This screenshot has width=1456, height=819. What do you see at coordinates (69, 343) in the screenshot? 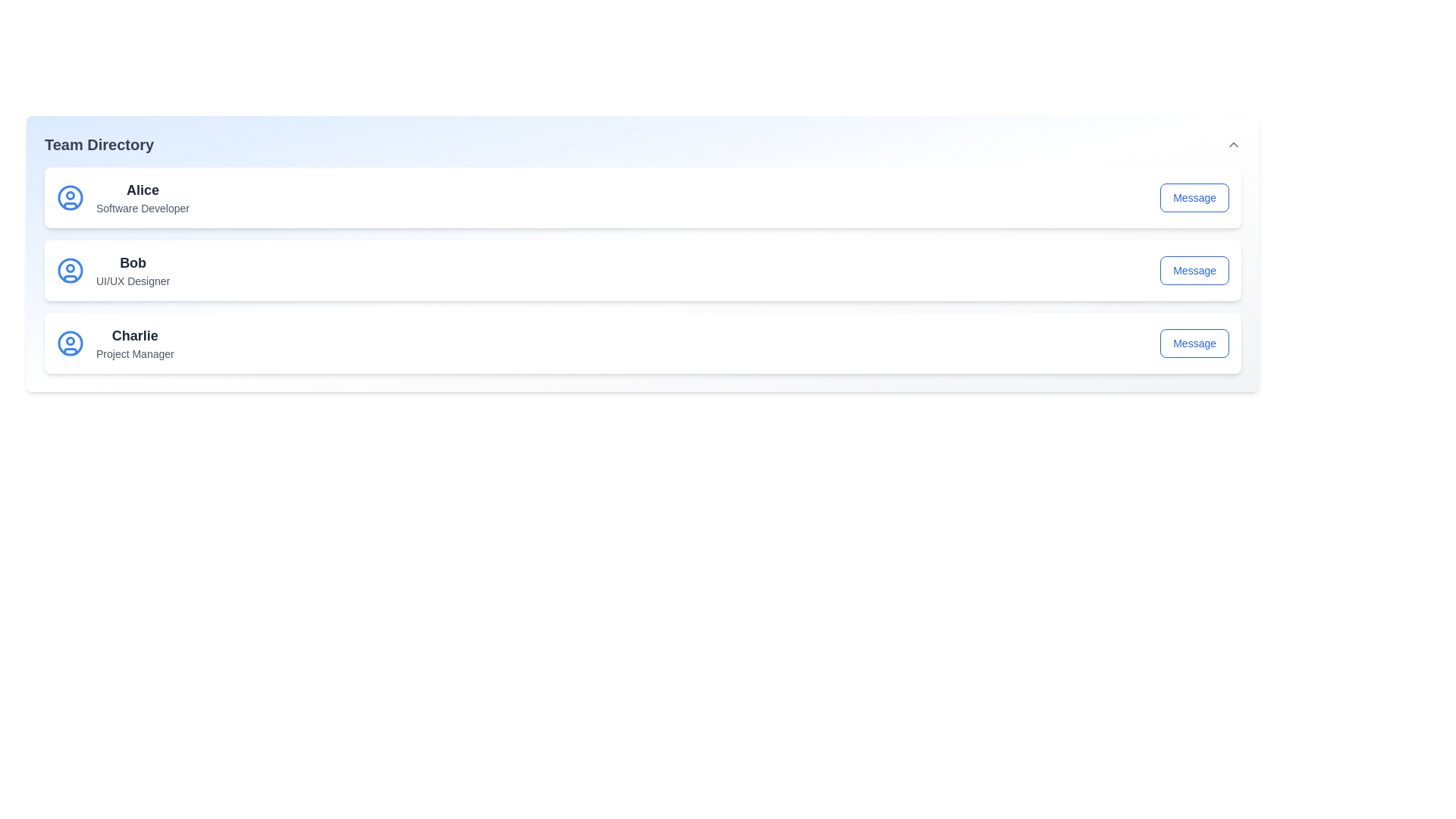
I see `the user icon representing 'Charlie', the Project Manager, located on the left side of the row labeled 'Charlie Project Manager'` at bounding box center [69, 343].